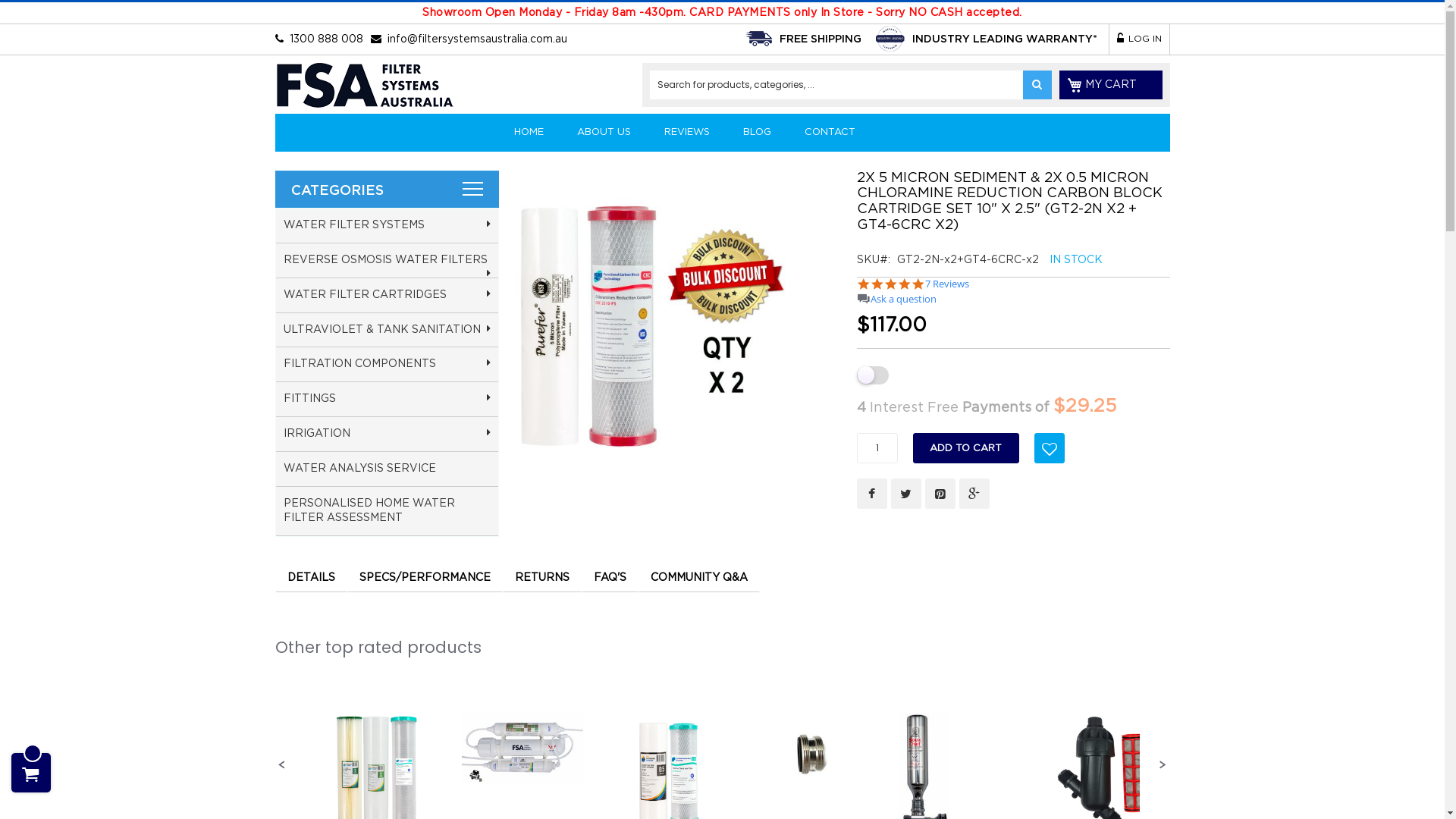 This screenshot has height=819, width=1456. Describe the element at coordinates (602, 131) in the screenshot. I see `'ABOUT US'` at that location.